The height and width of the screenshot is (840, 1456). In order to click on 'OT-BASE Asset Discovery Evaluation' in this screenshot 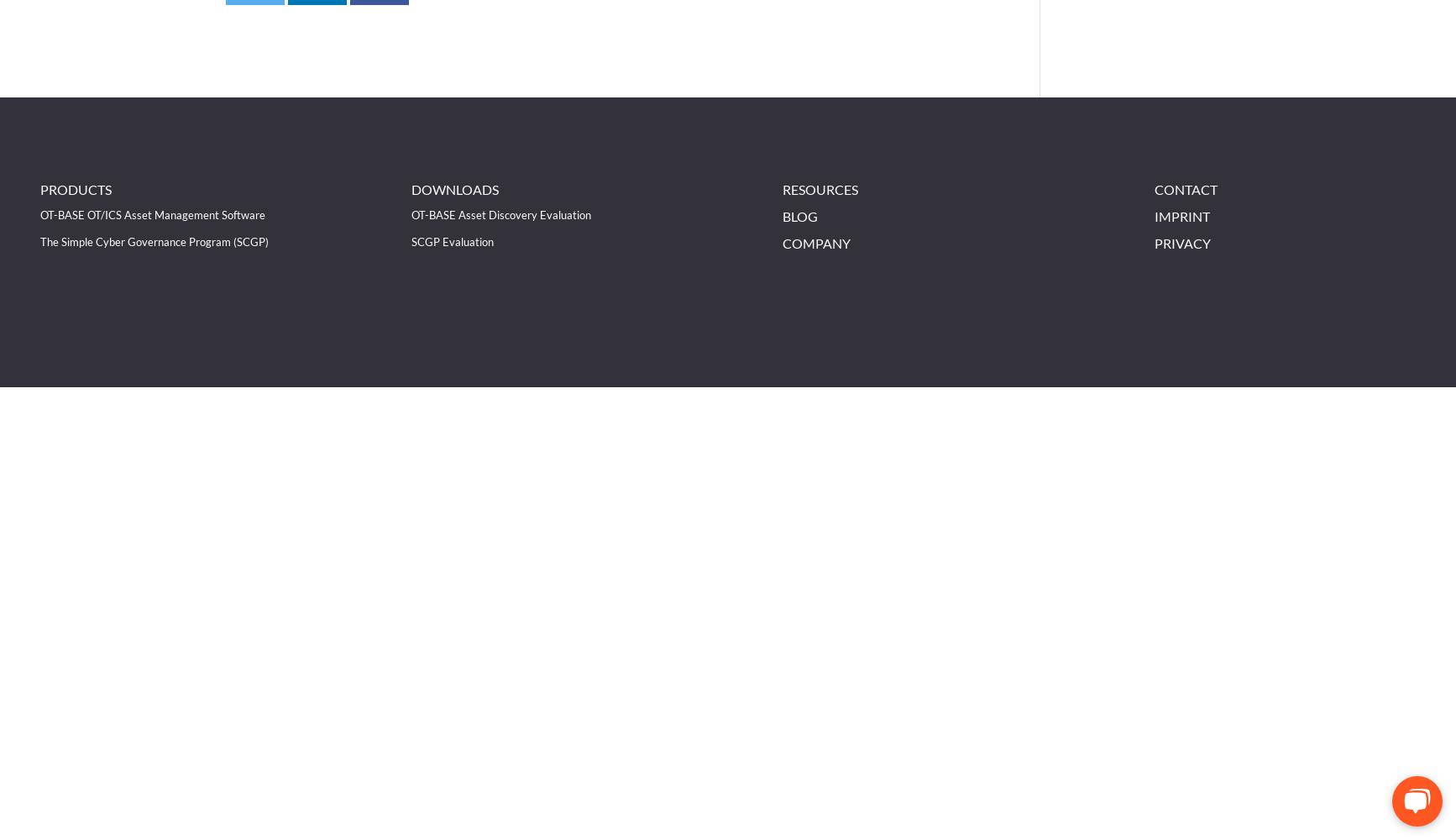, I will do `click(411, 214)`.